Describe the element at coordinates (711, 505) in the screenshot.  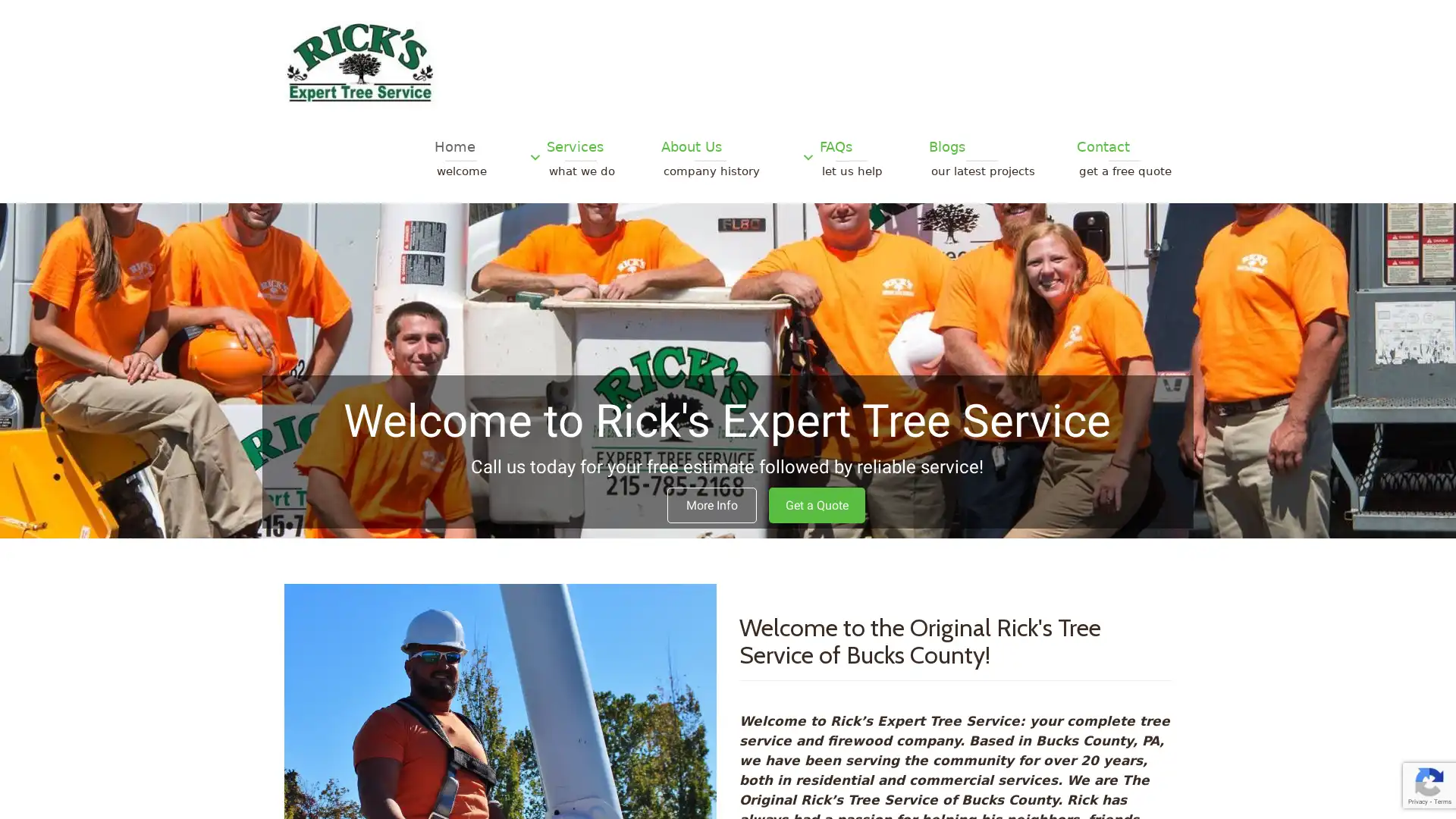
I see `More Info` at that location.